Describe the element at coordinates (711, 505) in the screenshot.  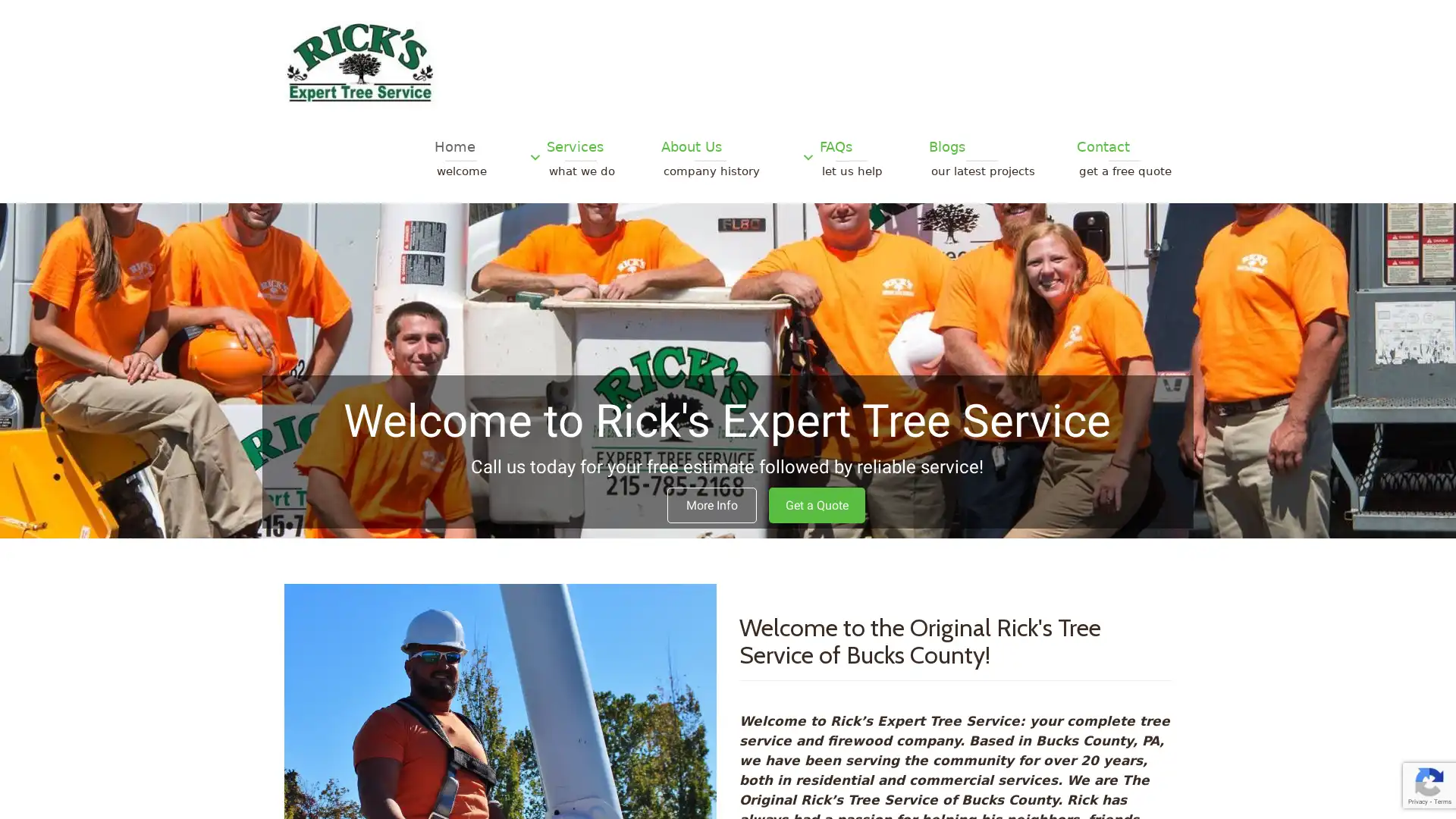
I see `More Info` at that location.